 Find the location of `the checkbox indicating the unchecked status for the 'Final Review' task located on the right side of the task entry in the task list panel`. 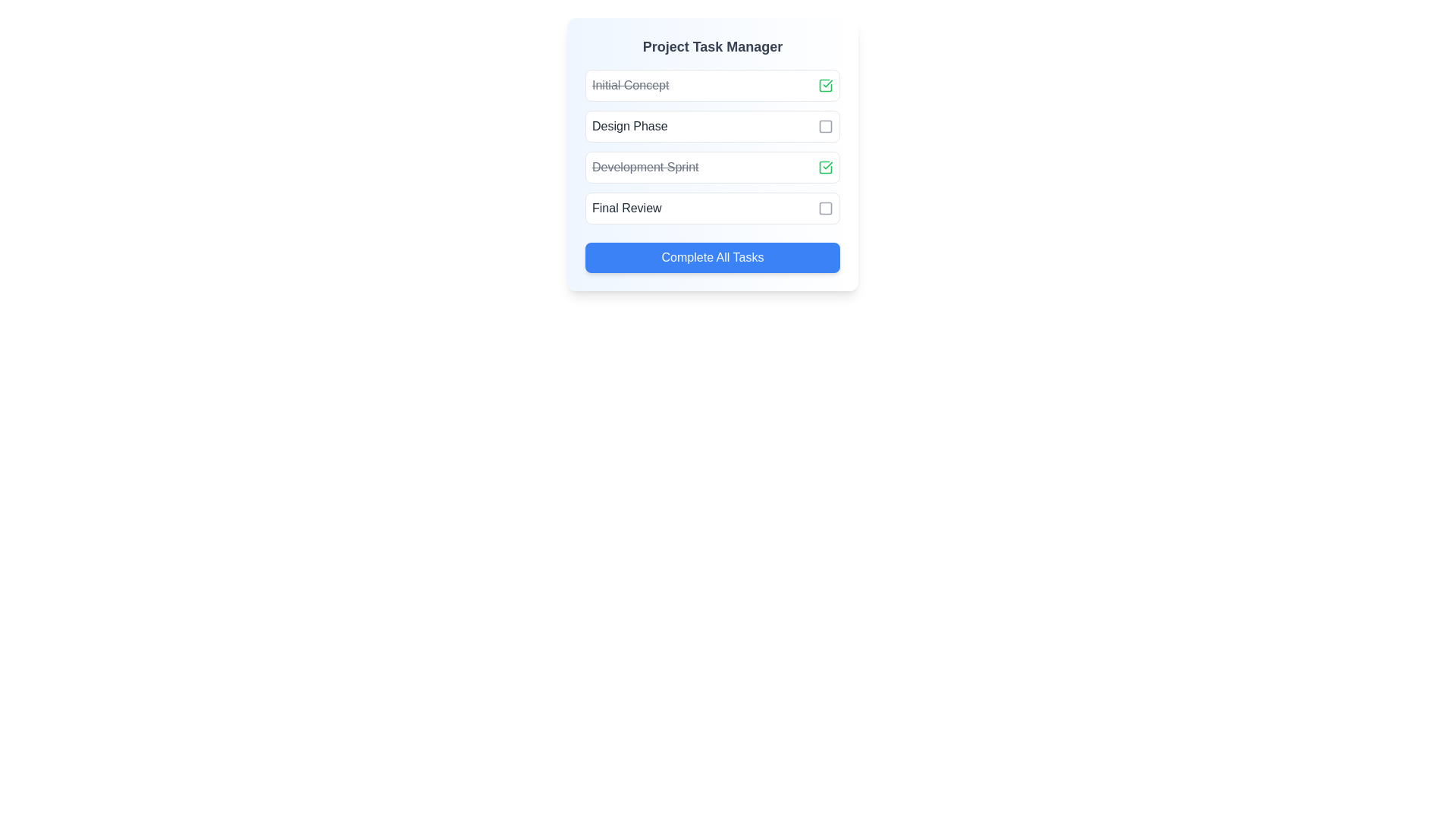

the checkbox indicating the unchecked status for the 'Final Review' task located on the right side of the task entry in the task list panel is located at coordinates (825, 208).